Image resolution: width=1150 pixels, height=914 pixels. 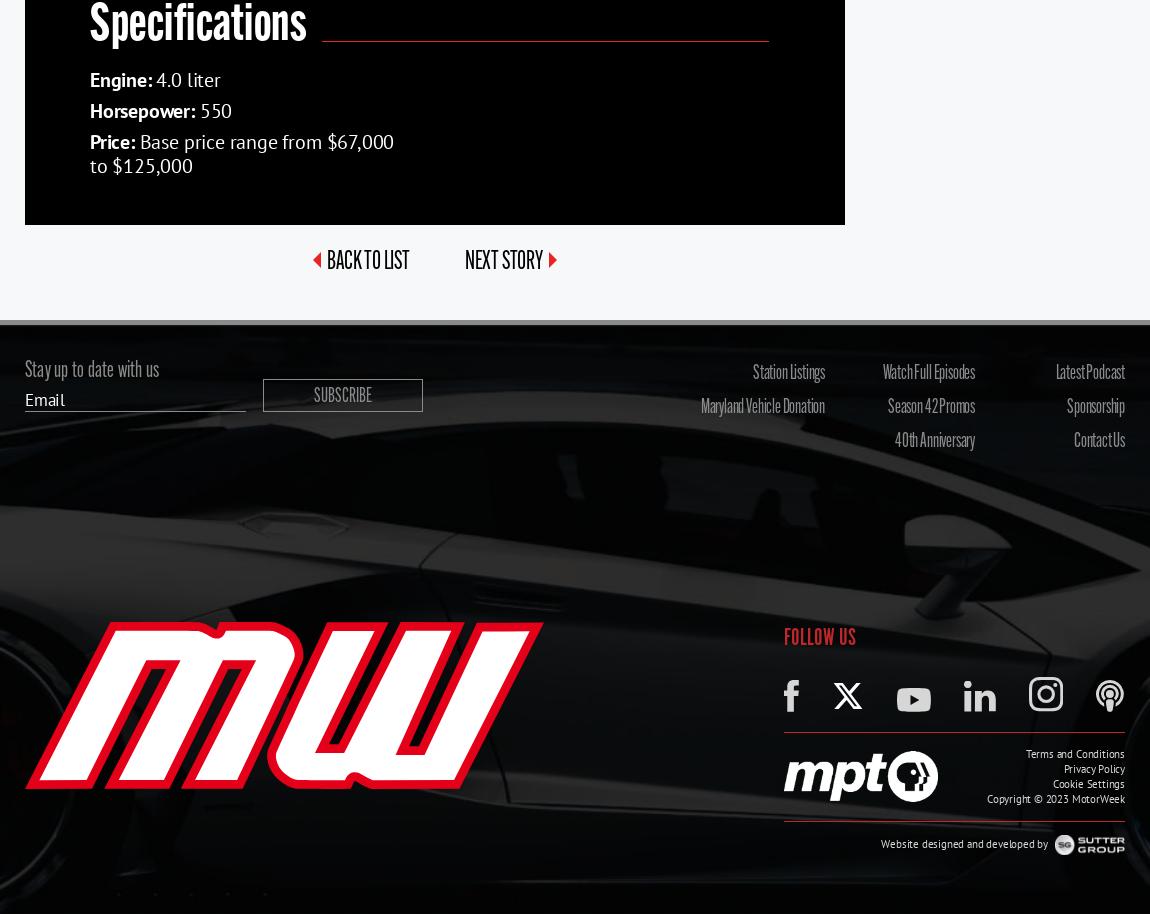 What do you see at coordinates (184, 77) in the screenshot?
I see `'4.0 liter'` at bounding box center [184, 77].